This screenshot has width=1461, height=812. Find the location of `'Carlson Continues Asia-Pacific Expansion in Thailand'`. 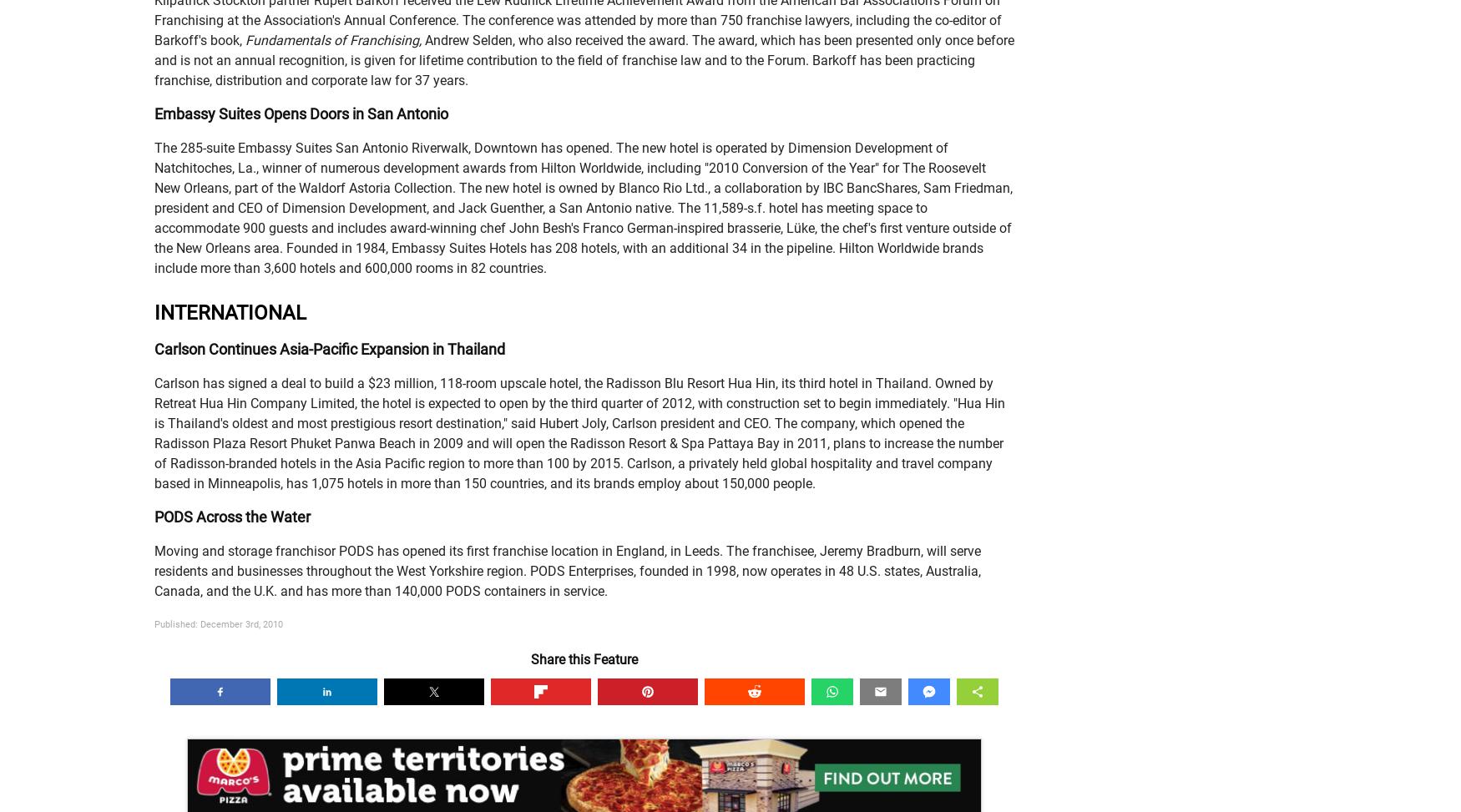

'Carlson Continues Asia-Pacific Expansion in Thailand' is located at coordinates (328, 349).